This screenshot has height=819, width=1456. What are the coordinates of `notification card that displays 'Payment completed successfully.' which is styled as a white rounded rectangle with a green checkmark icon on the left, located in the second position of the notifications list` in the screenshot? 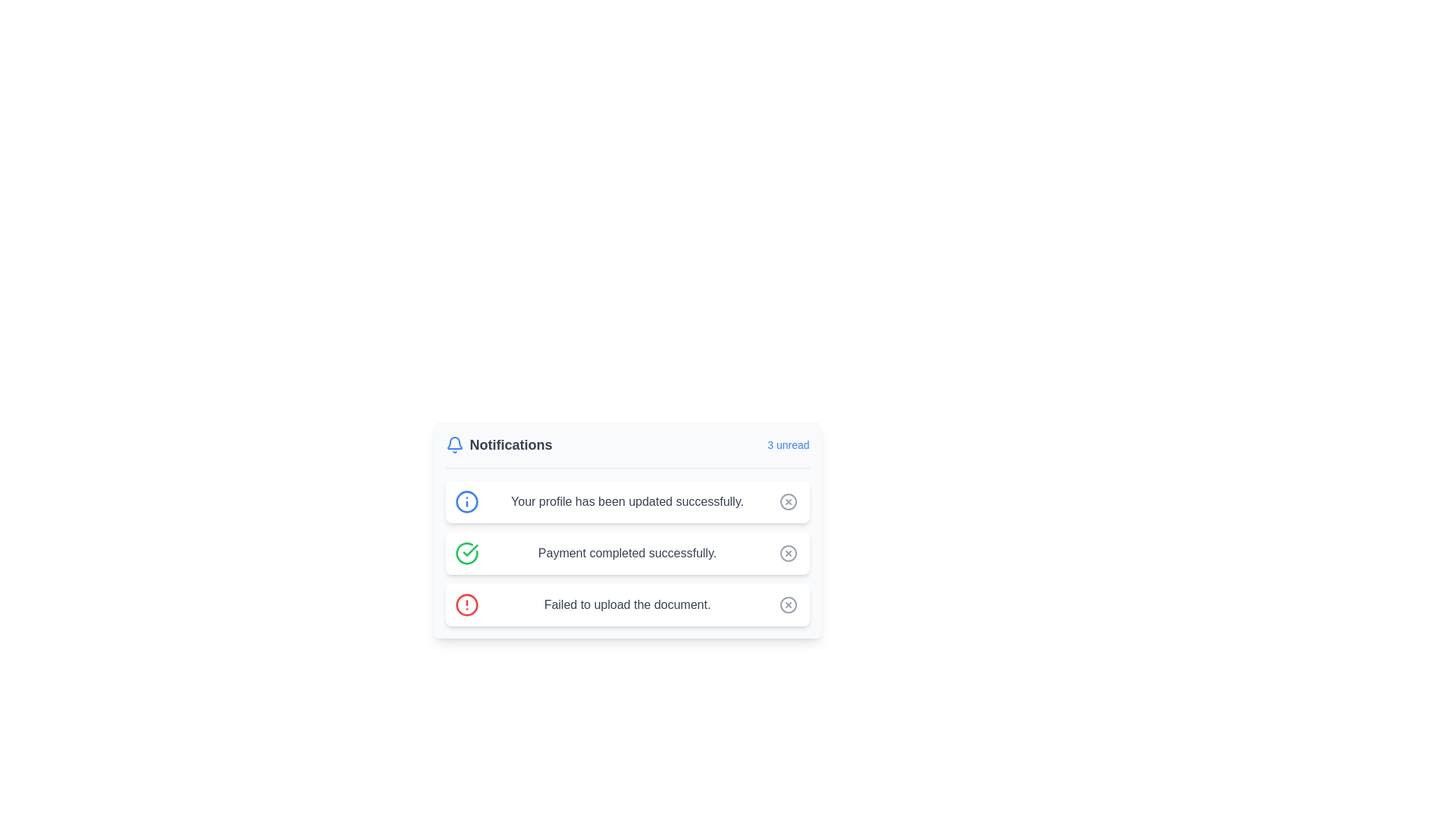 It's located at (627, 553).